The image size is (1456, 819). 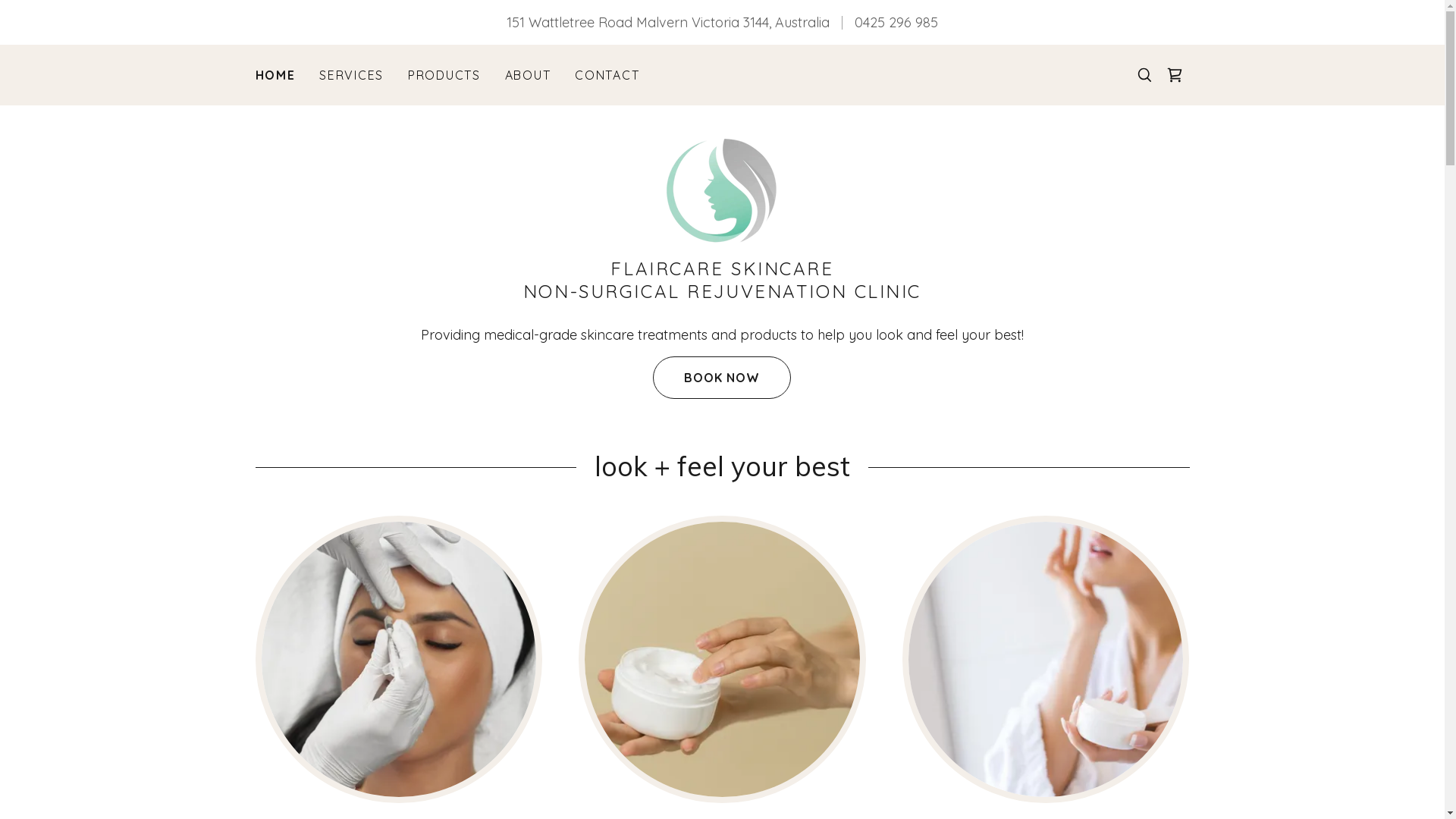 What do you see at coordinates (528, 75) in the screenshot?
I see `'ABOUT'` at bounding box center [528, 75].